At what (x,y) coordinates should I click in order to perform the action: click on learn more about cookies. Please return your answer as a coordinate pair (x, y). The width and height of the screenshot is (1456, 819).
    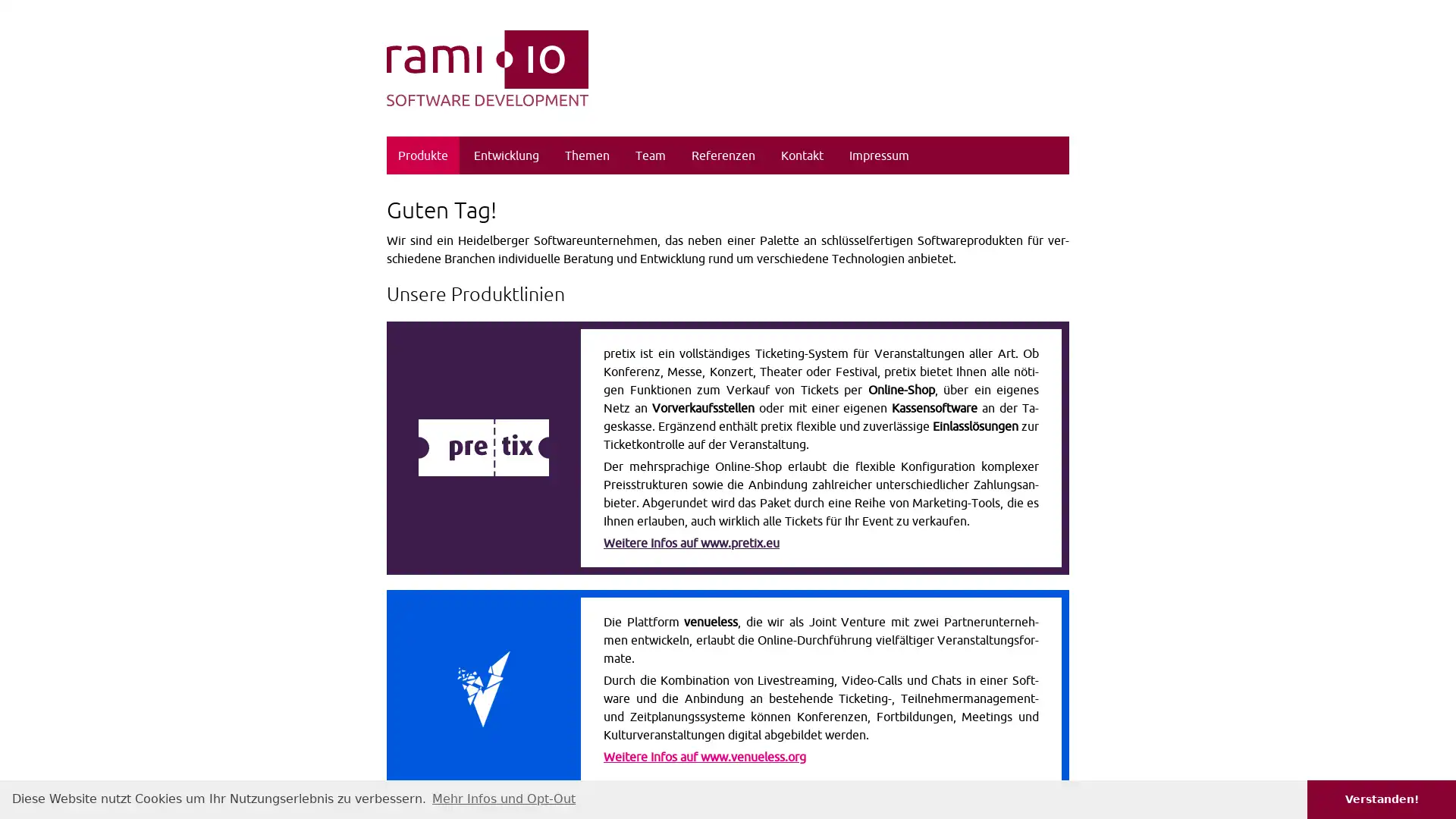
    Looking at the image, I should click on (504, 798).